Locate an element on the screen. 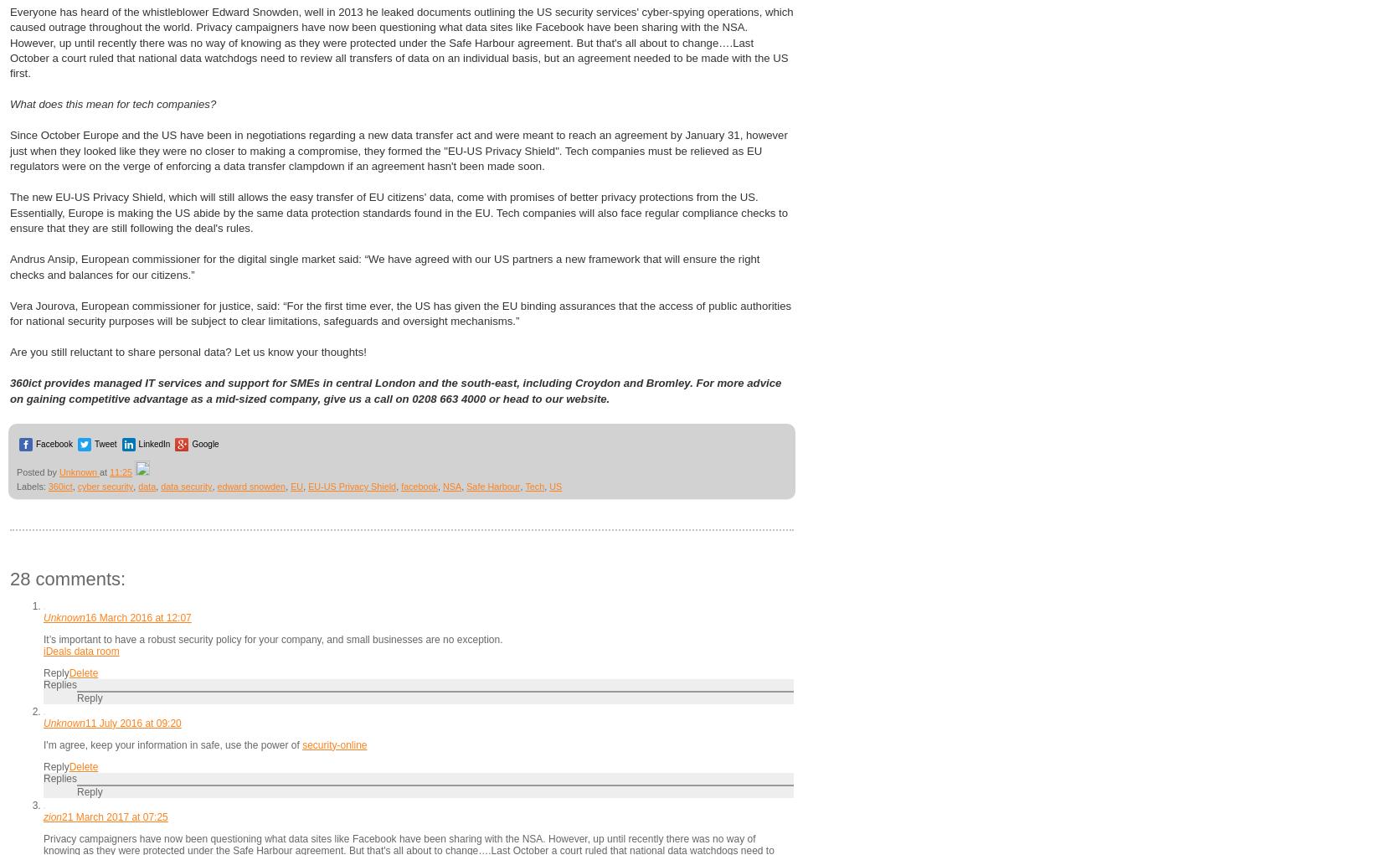  '11:25' is located at coordinates (120, 470).